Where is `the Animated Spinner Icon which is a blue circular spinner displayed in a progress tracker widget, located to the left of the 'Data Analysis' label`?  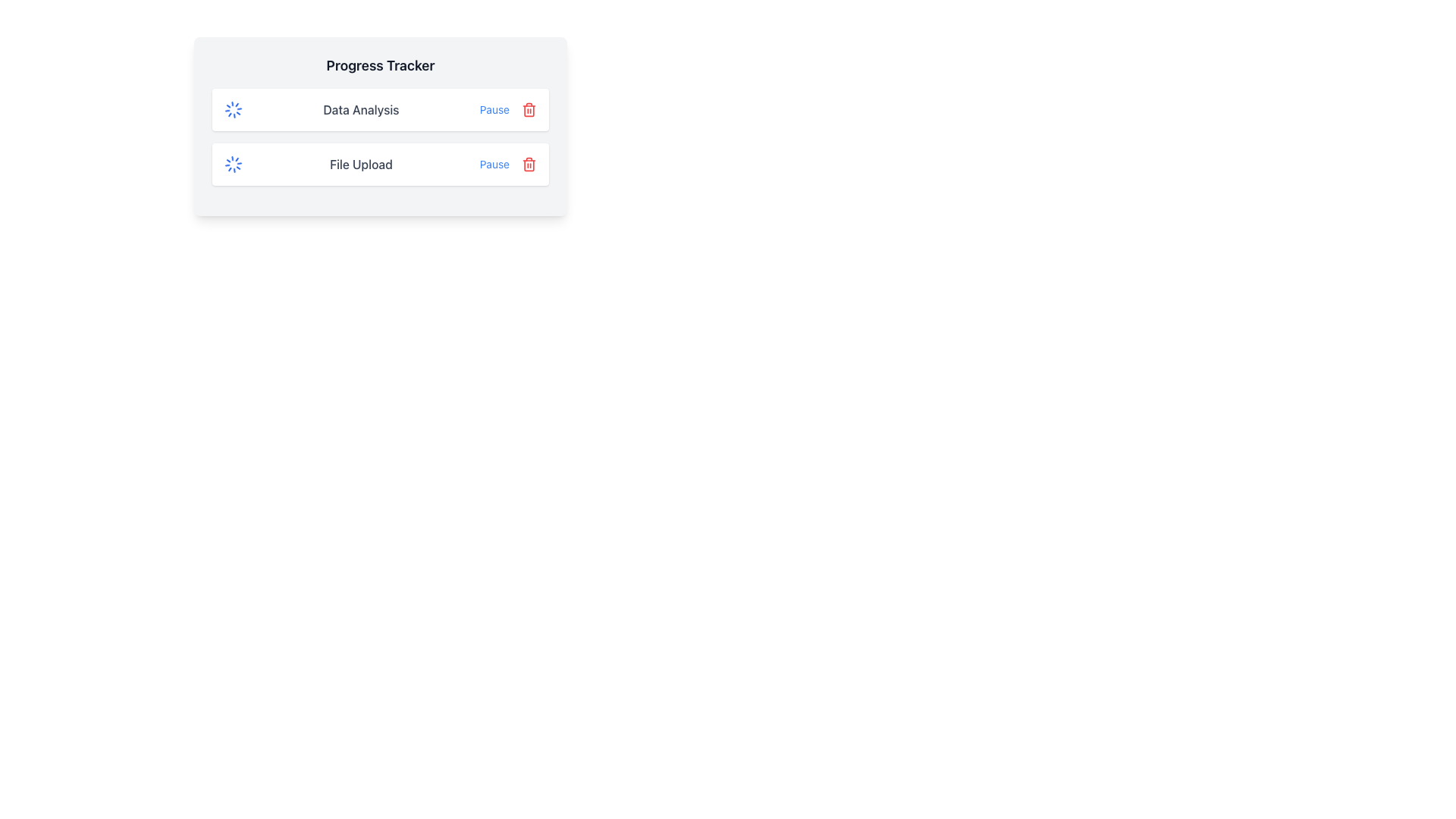 the Animated Spinner Icon which is a blue circular spinner displayed in a progress tracker widget, located to the left of the 'Data Analysis' label is located at coordinates (232, 109).